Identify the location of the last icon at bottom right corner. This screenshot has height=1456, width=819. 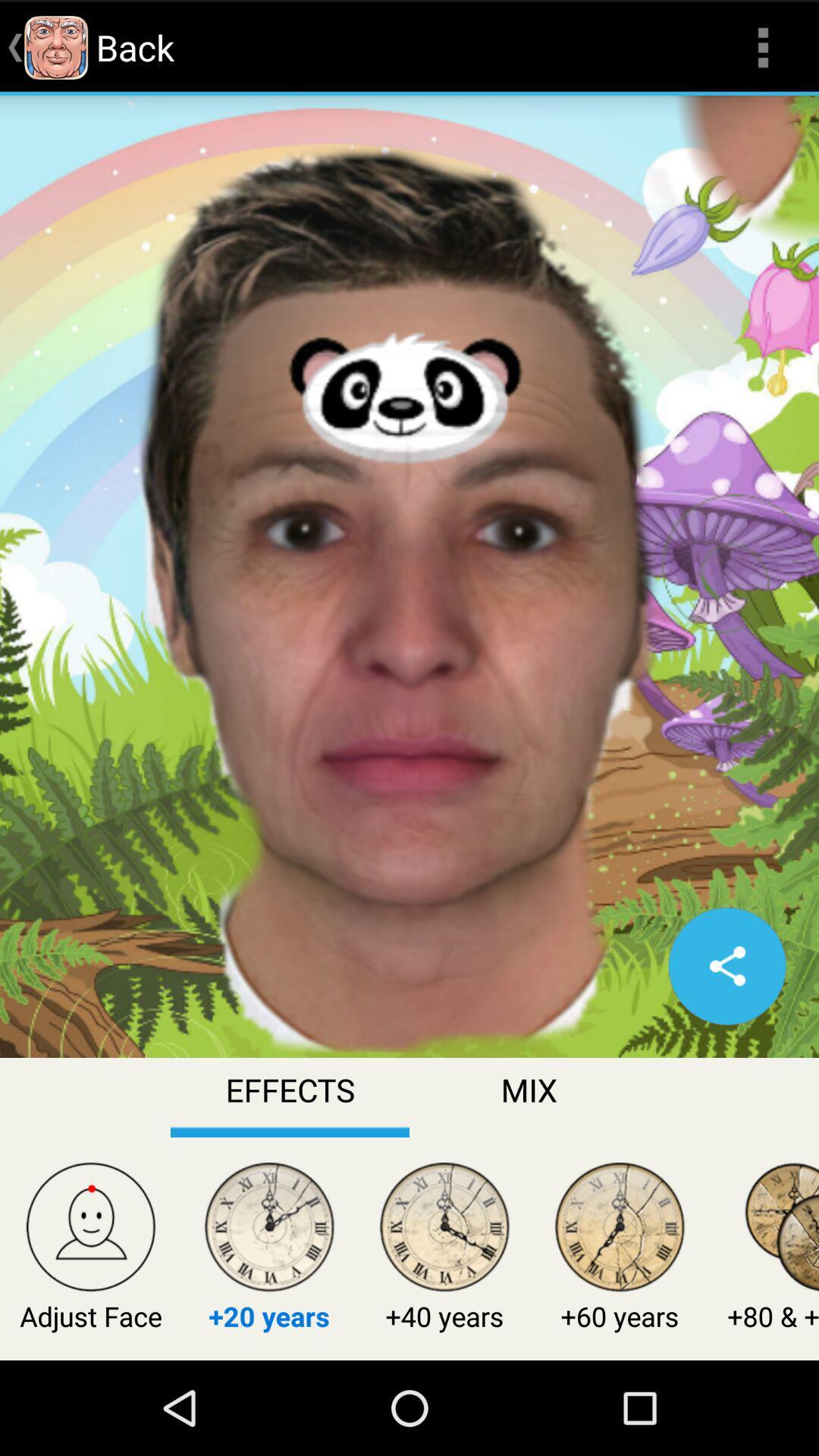
(780, 1230).